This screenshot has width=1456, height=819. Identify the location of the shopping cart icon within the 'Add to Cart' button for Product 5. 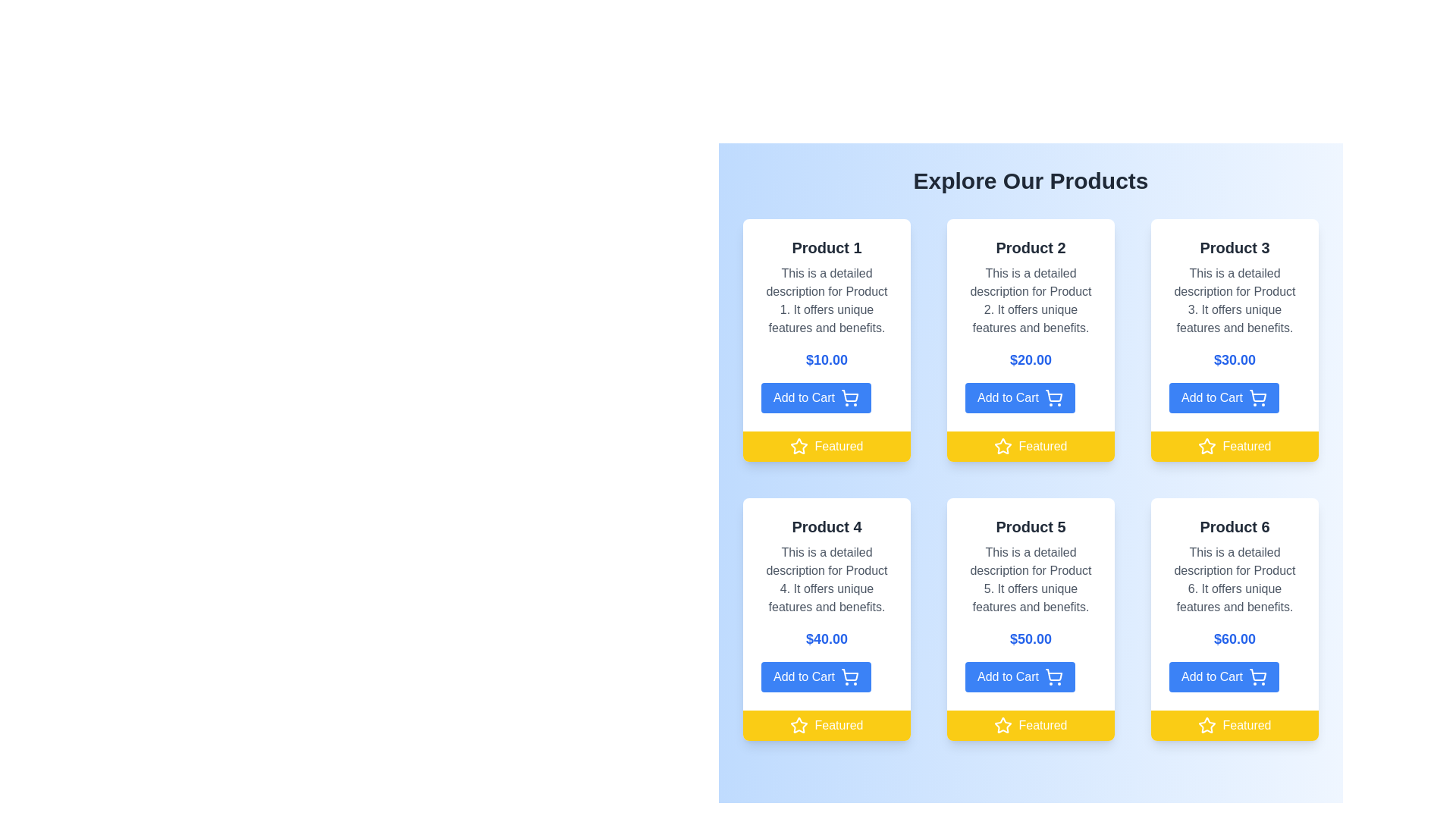
(1053, 676).